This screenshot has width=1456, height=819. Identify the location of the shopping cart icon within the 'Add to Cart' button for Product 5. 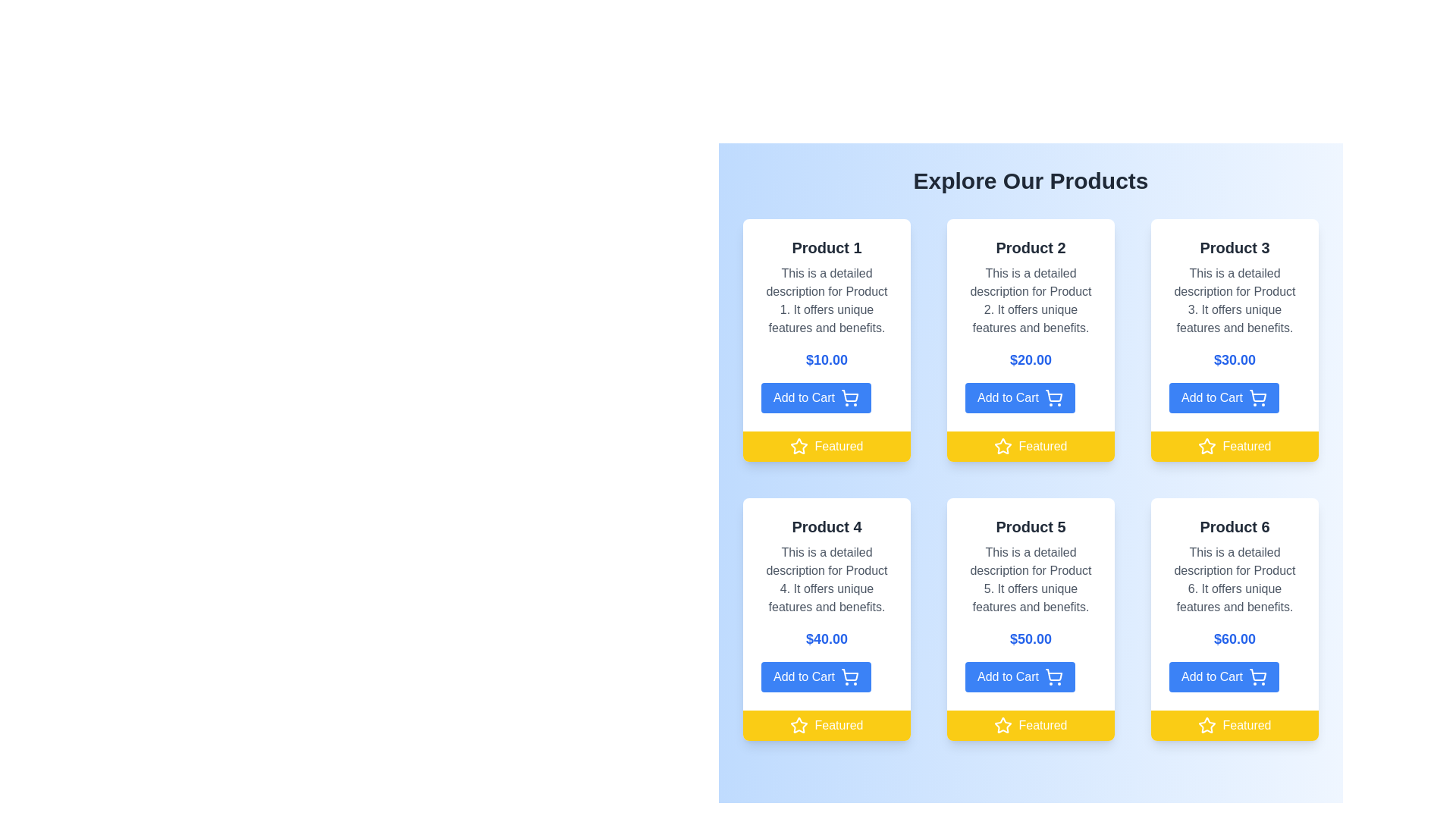
(1053, 676).